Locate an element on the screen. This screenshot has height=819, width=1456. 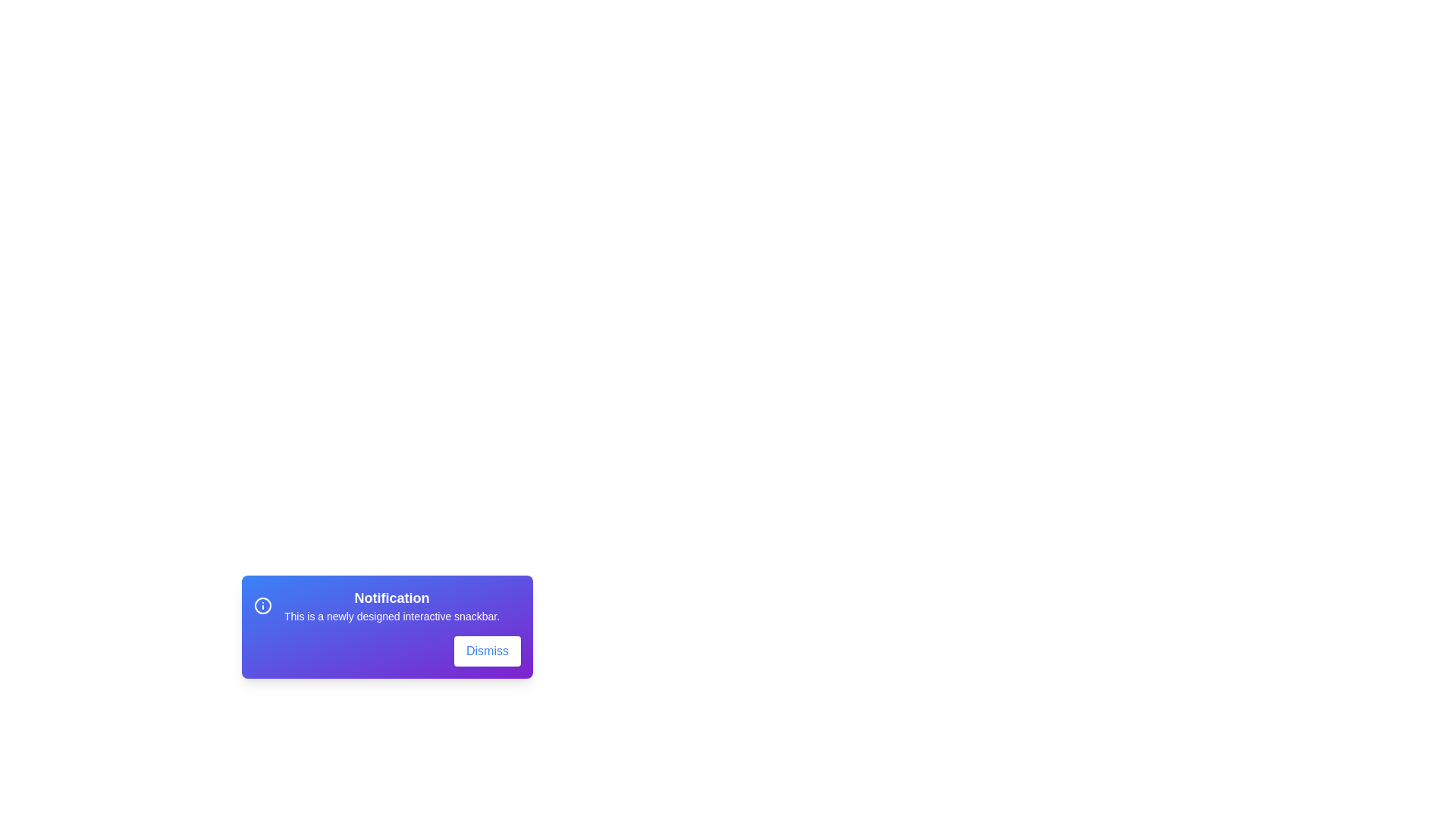
notification text block styled with bold and normal text, which is positioned near the top section of the snackbar and is horizontally centered above the 'Dismiss' button is located at coordinates (387, 604).